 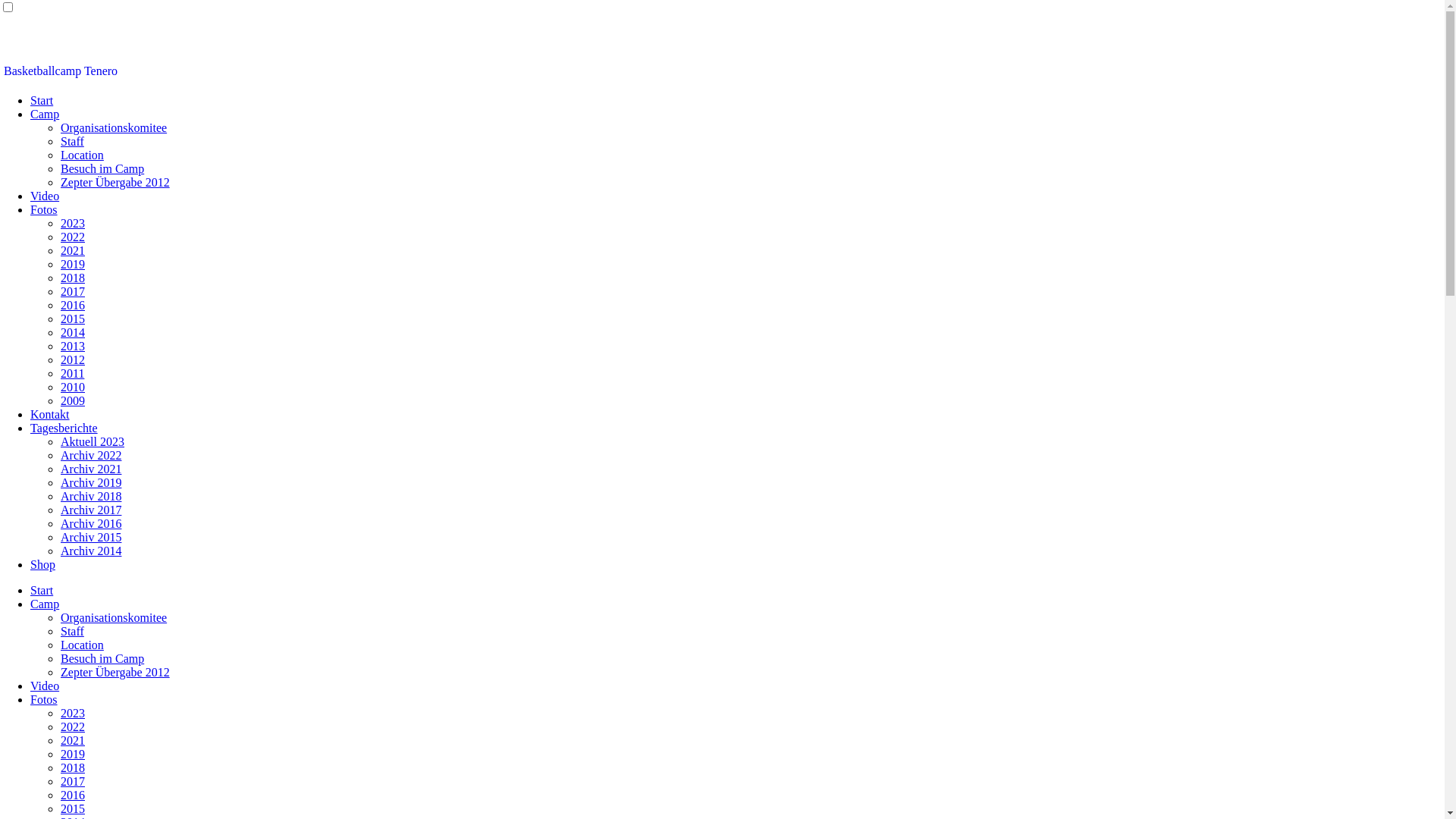 I want to click on 'Organisationskomitee', so click(x=61, y=127).